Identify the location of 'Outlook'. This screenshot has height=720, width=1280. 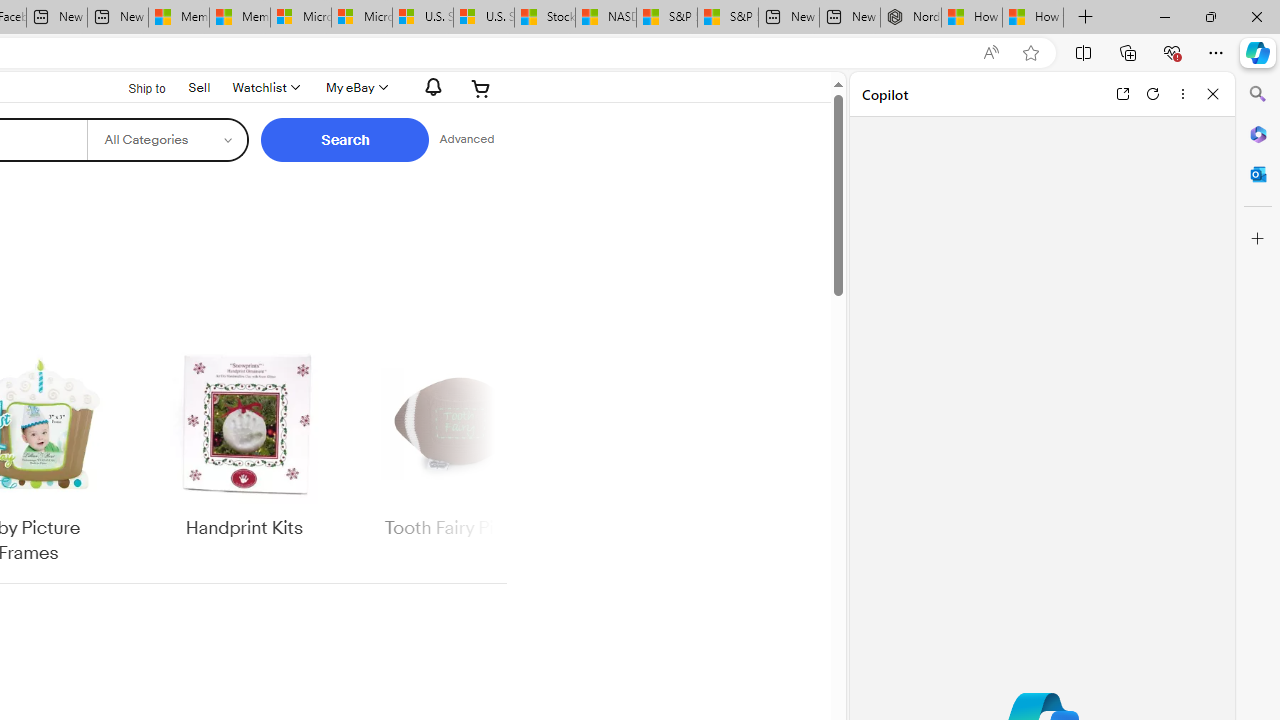
(1257, 173).